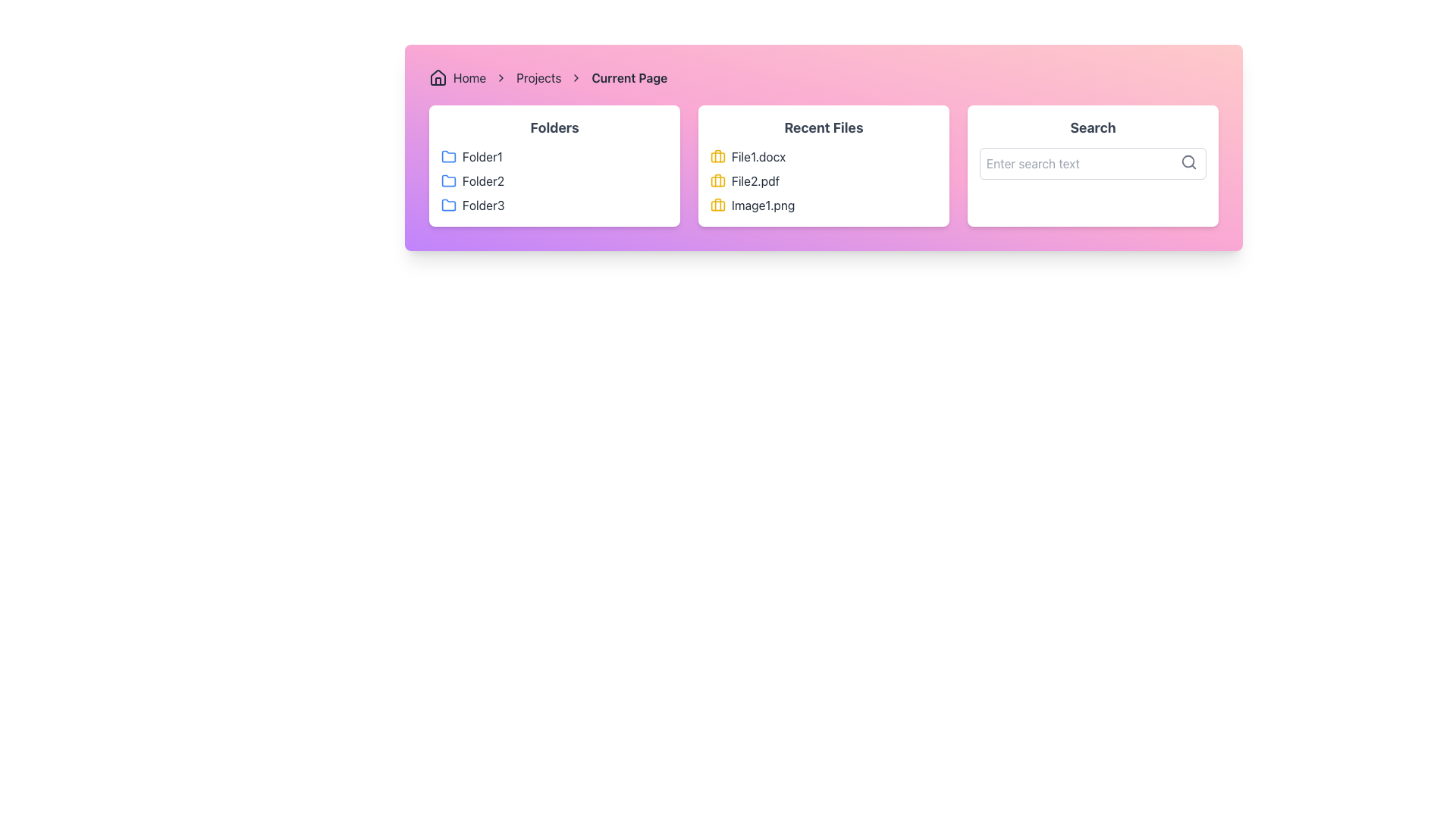 This screenshot has height=819, width=1456. What do you see at coordinates (755, 180) in the screenshot?
I see `the text label displaying 'File2.pdf', which is the second item in the 'Recent Files' list, located in the center column of the layout` at bounding box center [755, 180].